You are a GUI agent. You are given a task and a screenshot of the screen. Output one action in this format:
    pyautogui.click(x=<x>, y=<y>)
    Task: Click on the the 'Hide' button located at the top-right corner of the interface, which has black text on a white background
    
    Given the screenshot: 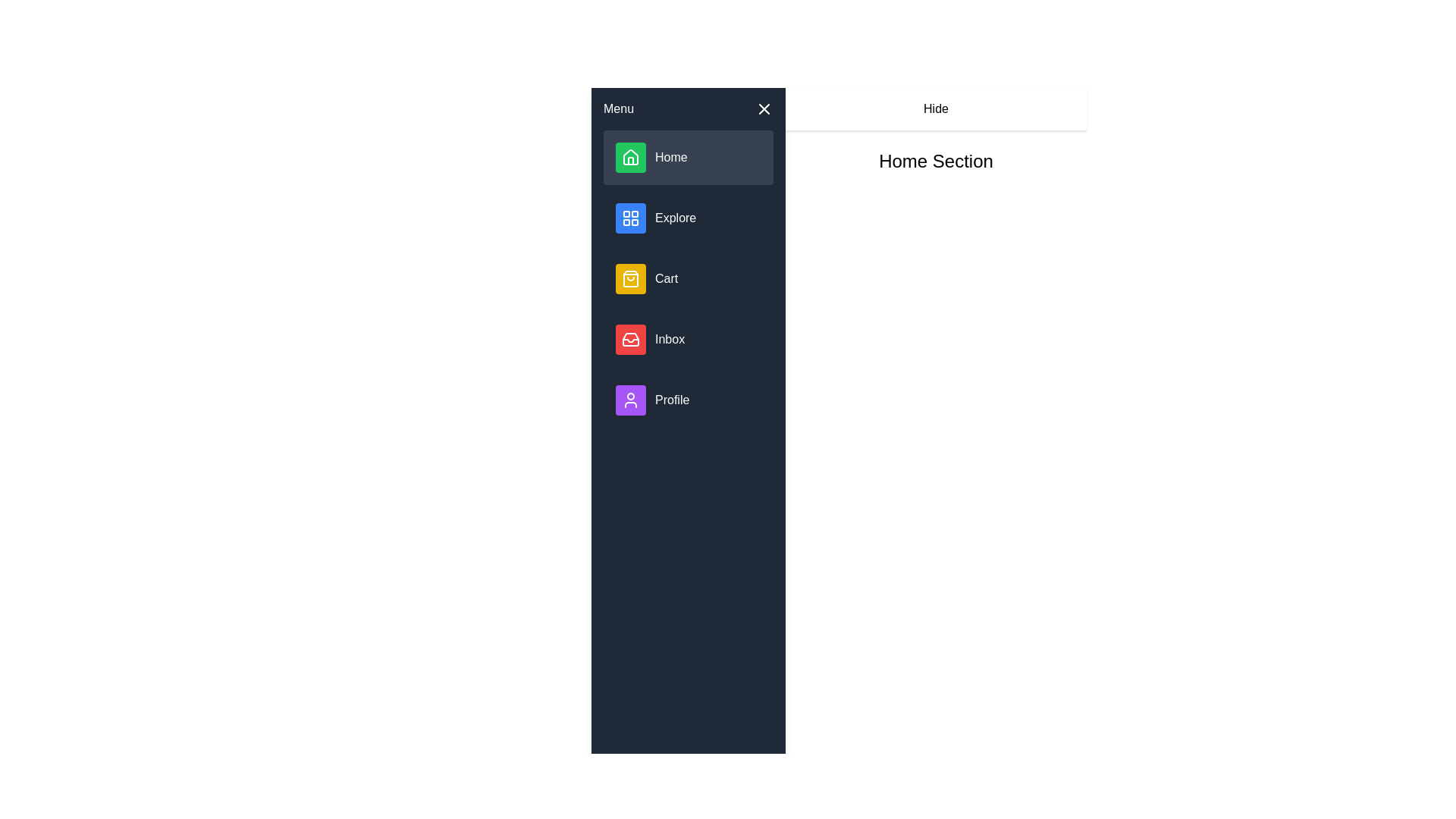 What is the action you would take?
    pyautogui.click(x=935, y=108)
    